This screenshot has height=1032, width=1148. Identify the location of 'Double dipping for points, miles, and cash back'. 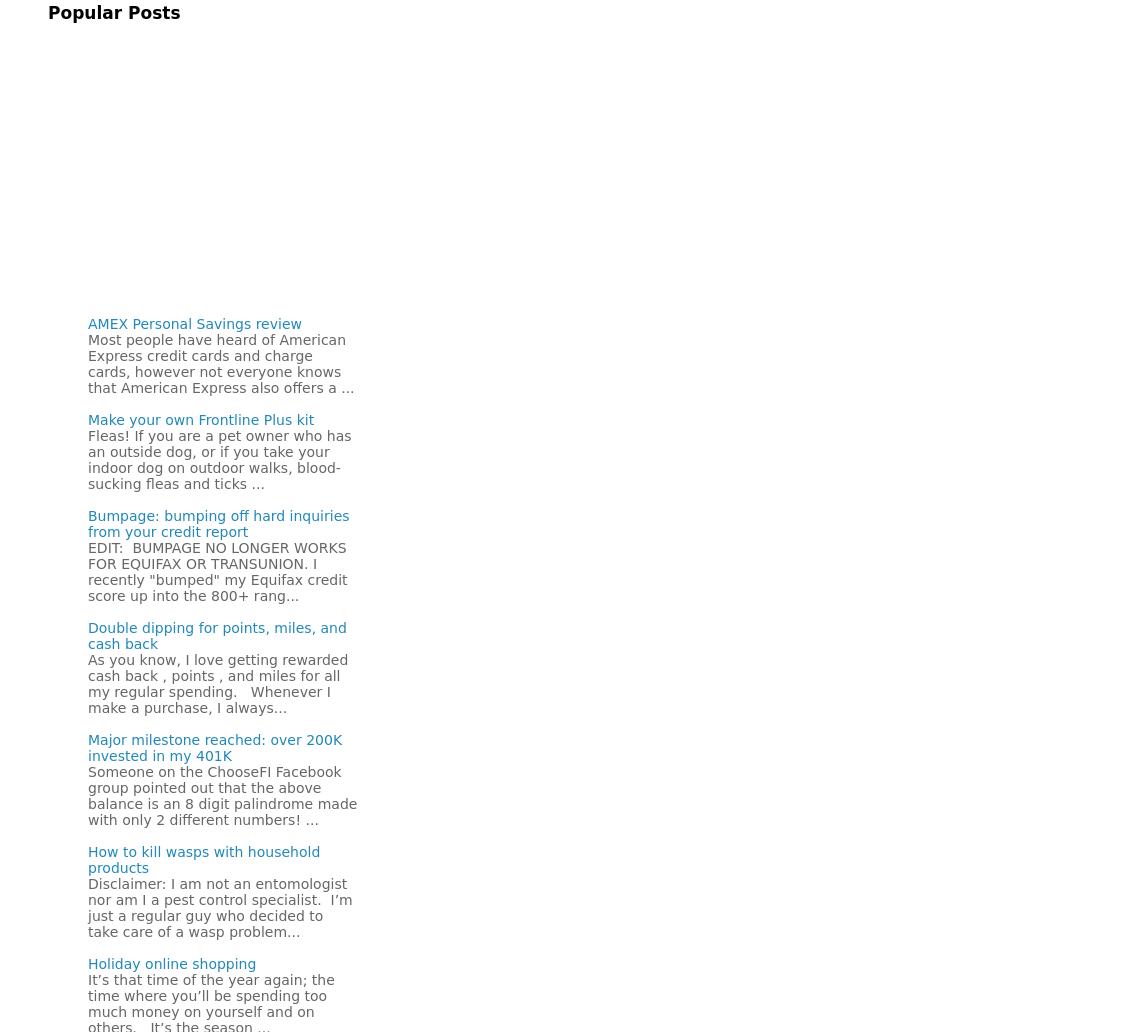
(88, 636).